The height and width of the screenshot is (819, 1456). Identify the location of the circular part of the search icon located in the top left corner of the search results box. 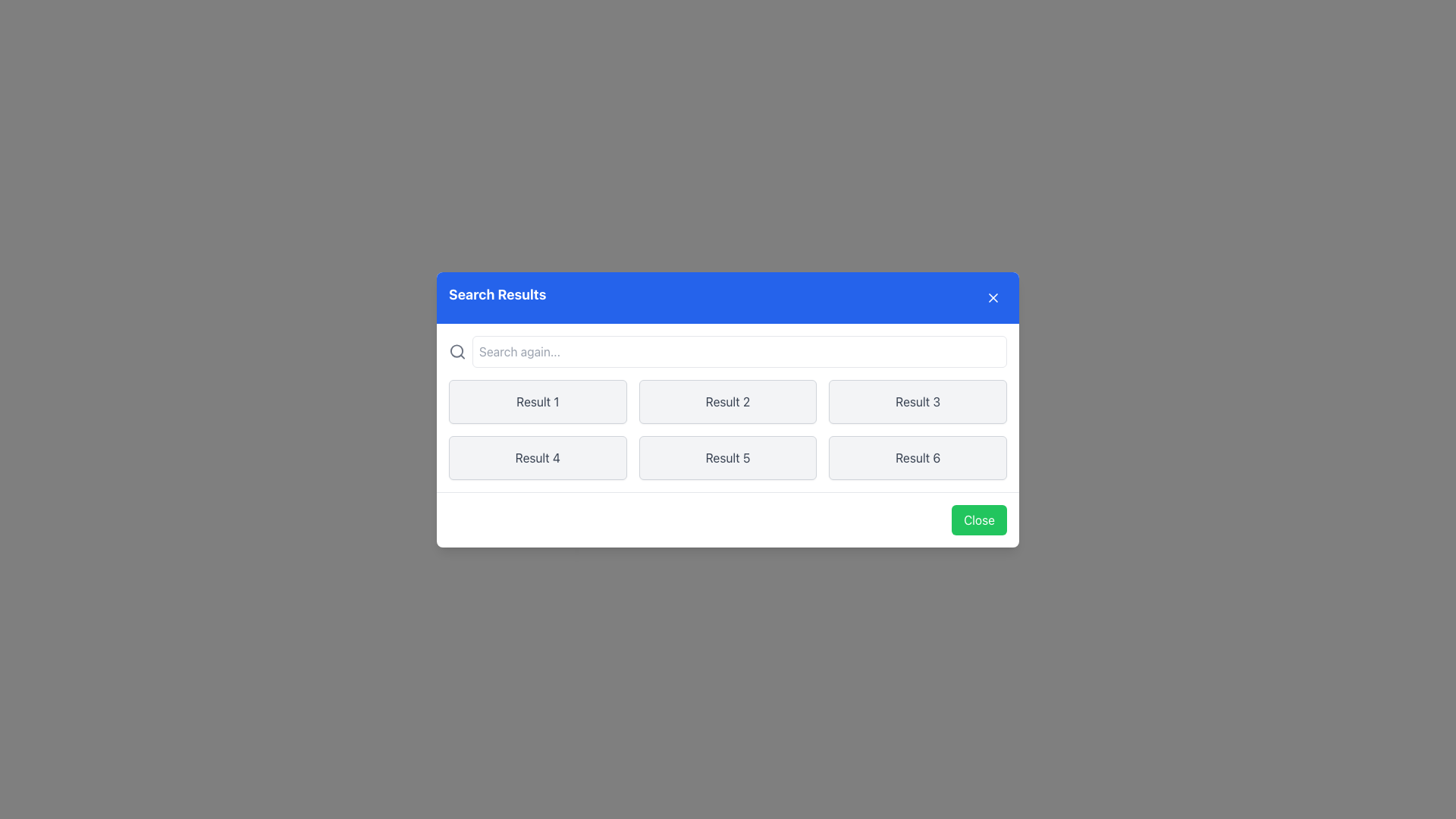
(456, 350).